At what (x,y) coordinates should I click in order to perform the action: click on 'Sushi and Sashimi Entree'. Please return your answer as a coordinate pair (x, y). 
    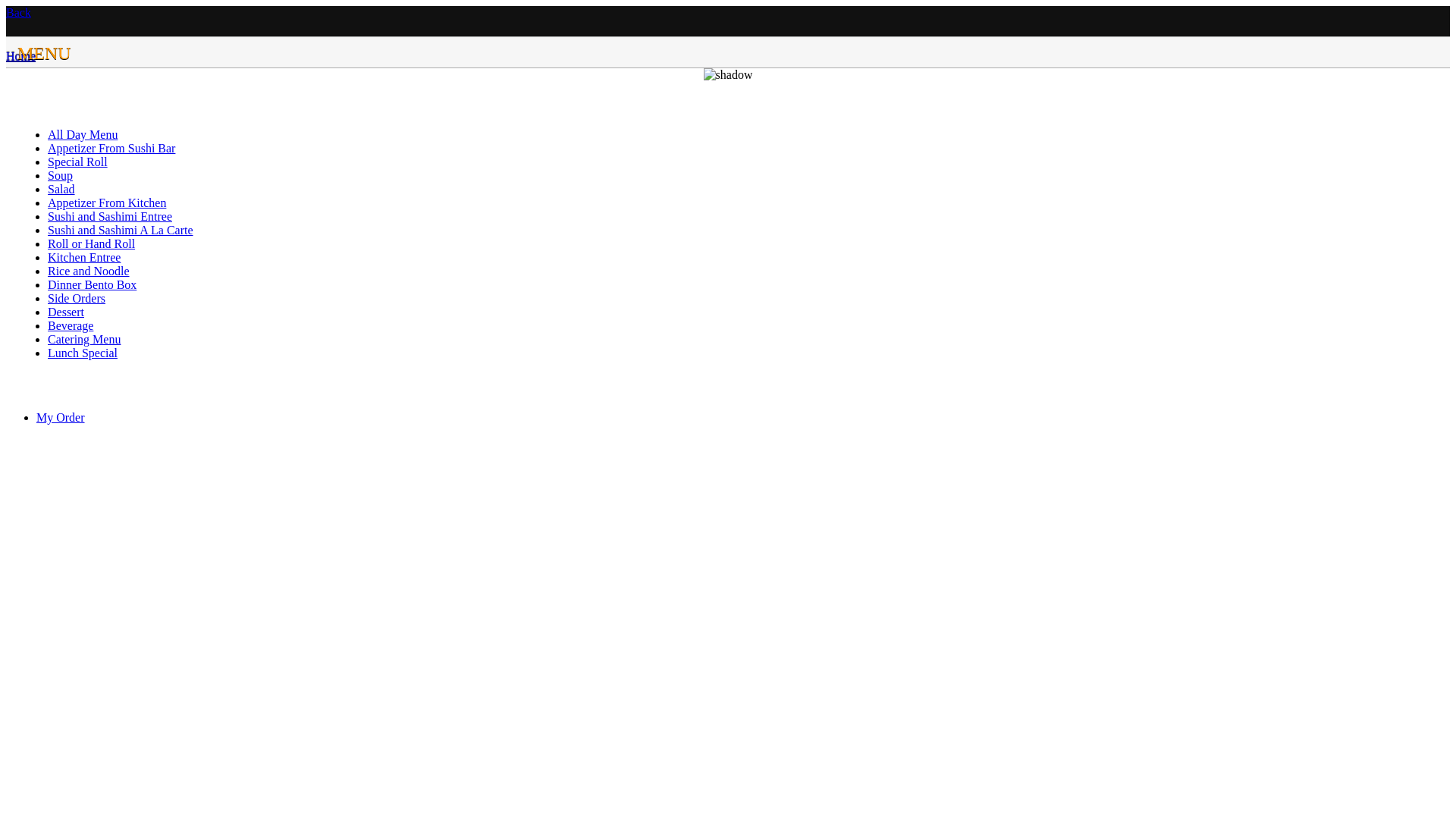
    Looking at the image, I should click on (108, 216).